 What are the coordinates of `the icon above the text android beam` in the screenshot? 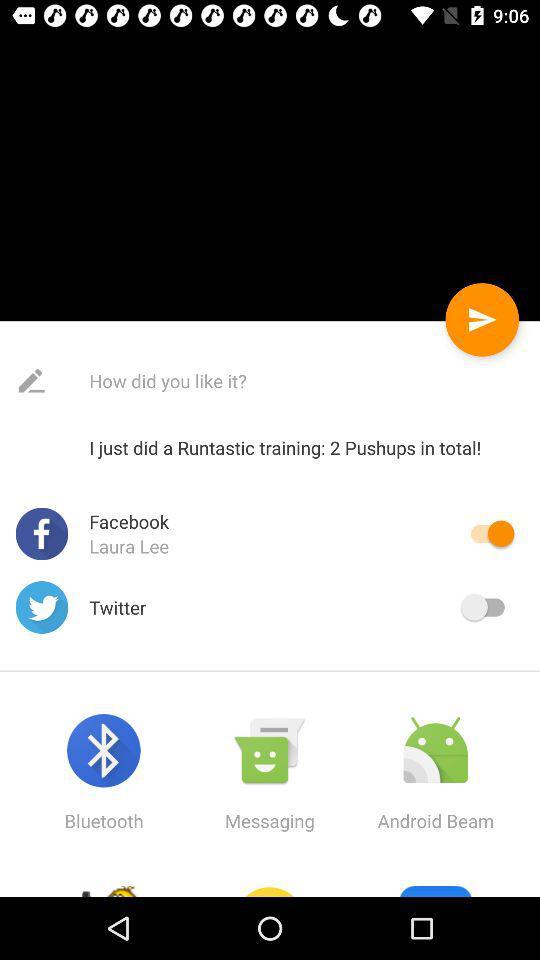 It's located at (434, 750).